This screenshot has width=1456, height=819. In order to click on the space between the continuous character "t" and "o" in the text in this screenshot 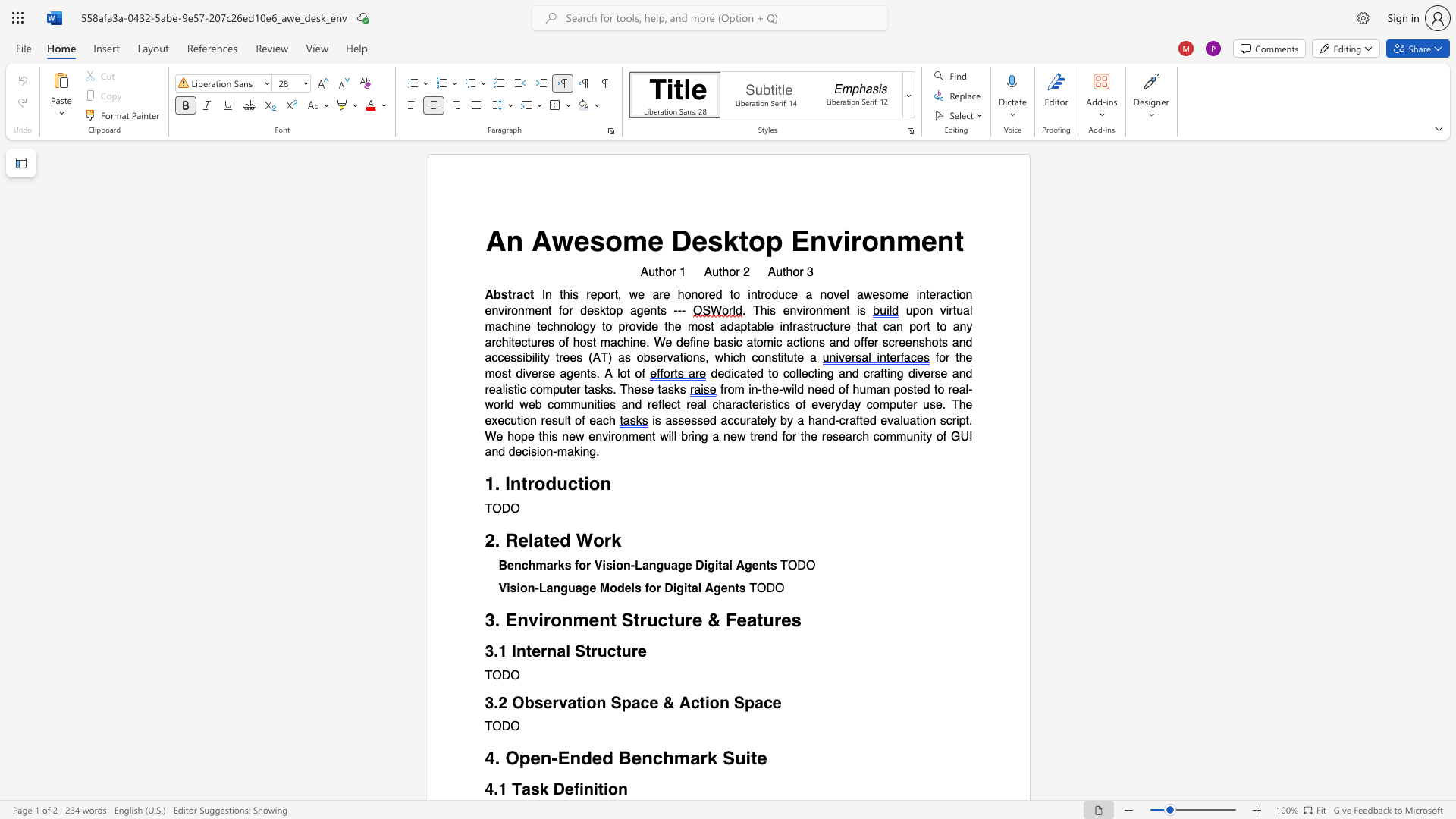, I will do `click(750, 240)`.